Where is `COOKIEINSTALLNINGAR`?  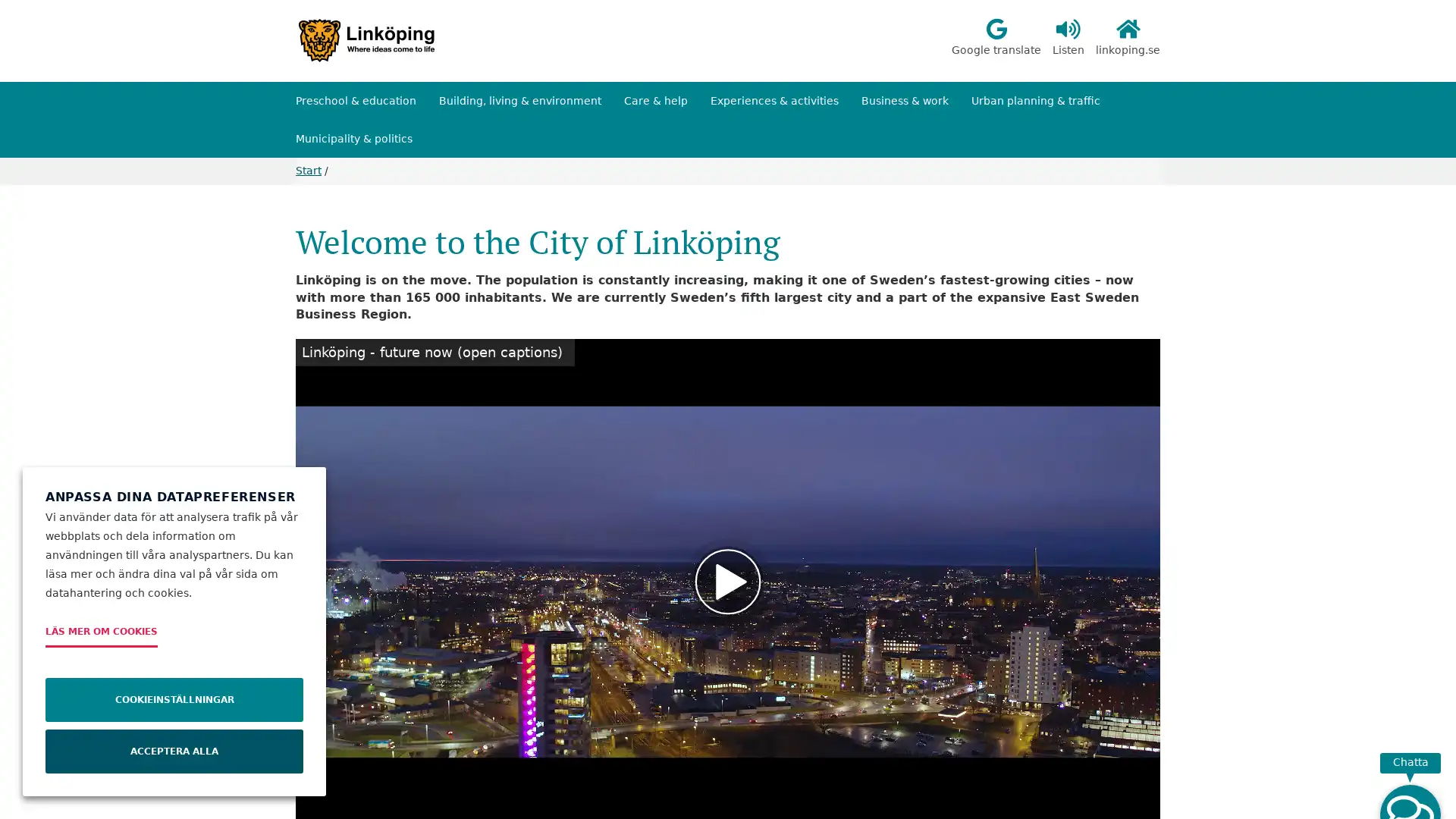
COOKIEINSTALLNINGAR is located at coordinates (174, 699).